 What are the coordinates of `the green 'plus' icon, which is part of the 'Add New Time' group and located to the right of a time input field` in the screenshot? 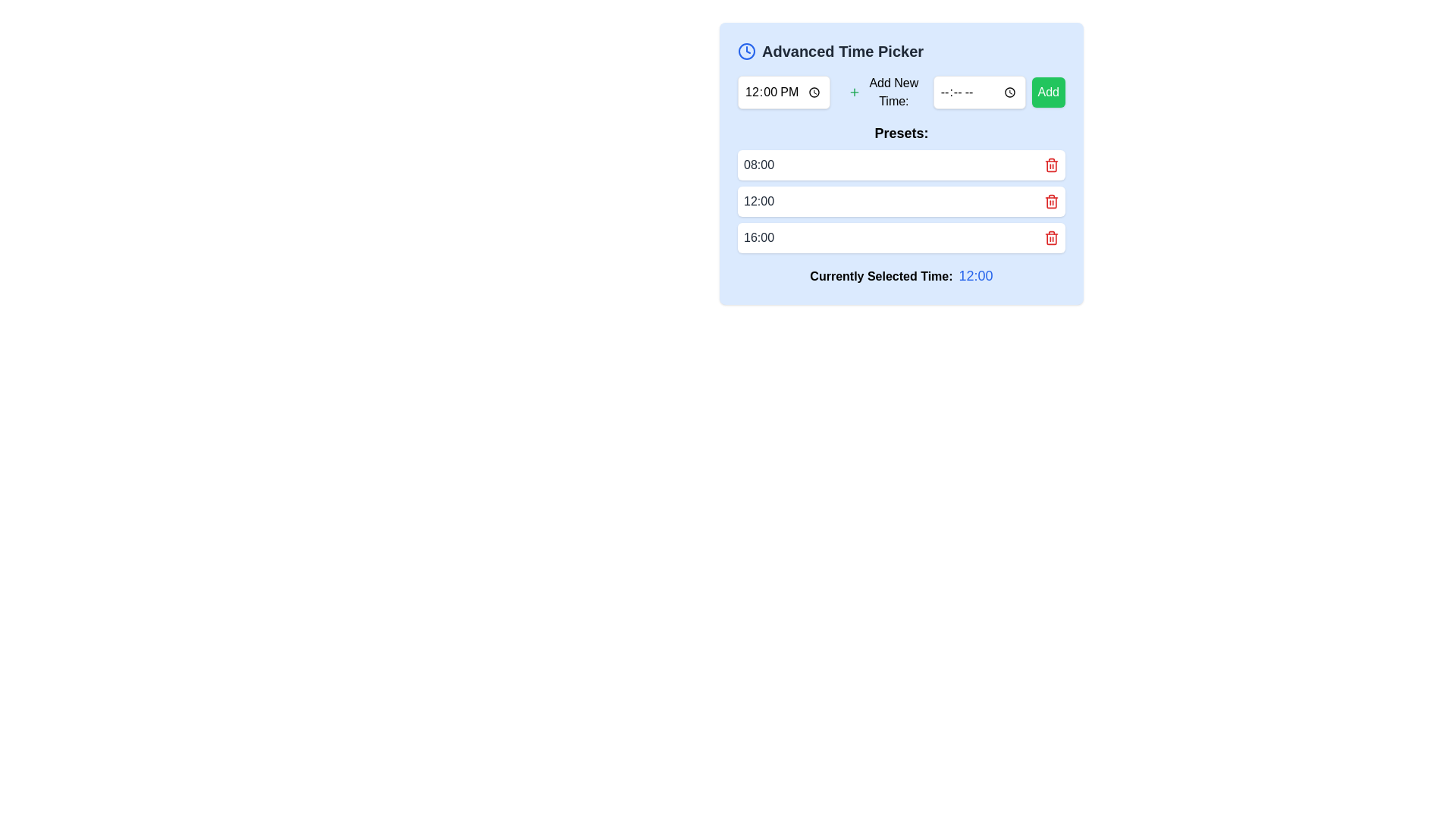 It's located at (854, 93).